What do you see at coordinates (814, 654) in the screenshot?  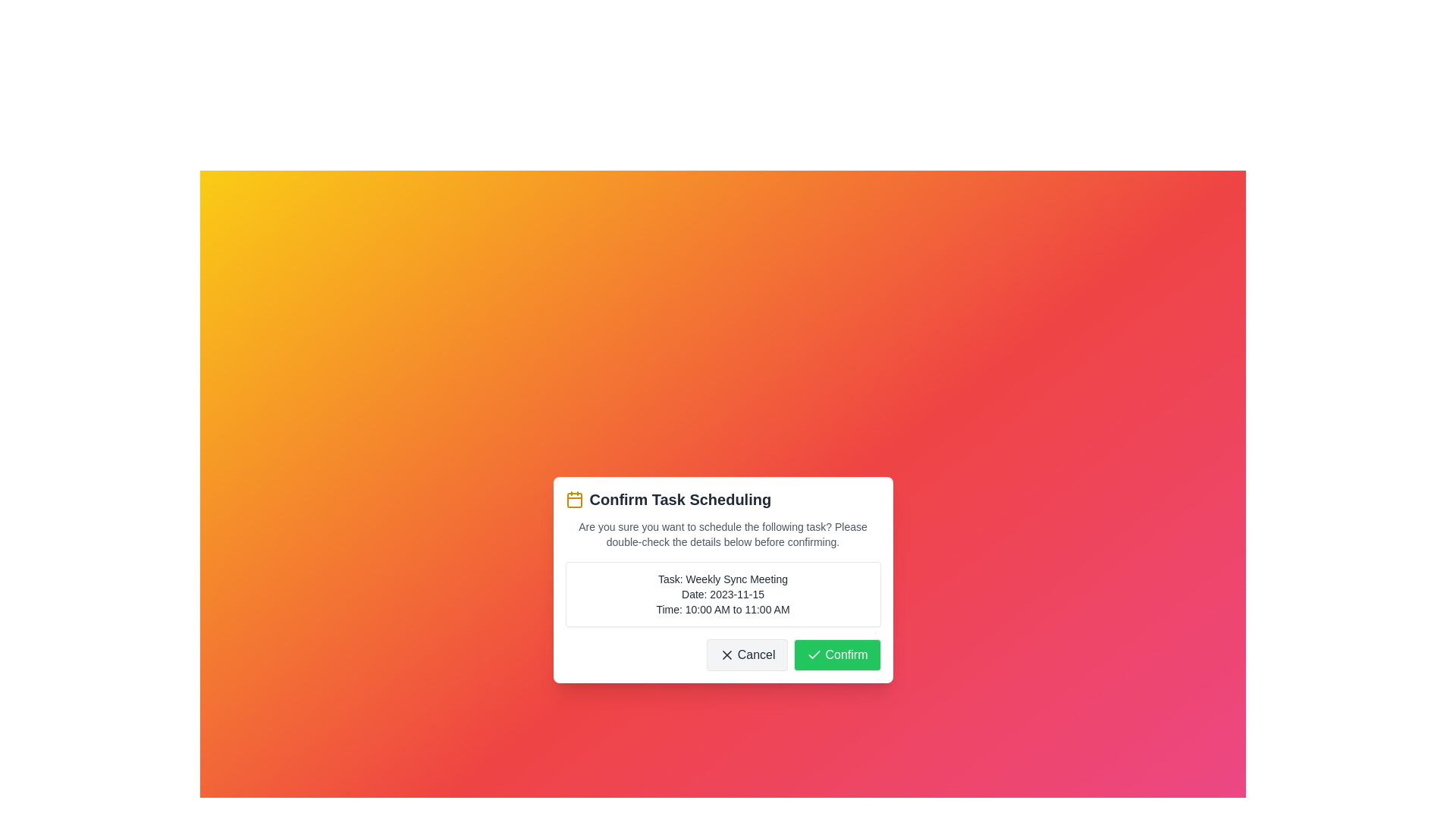 I see `the green 'Confirm' button that contains a checkmark icon` at bounding box center [814, 654].